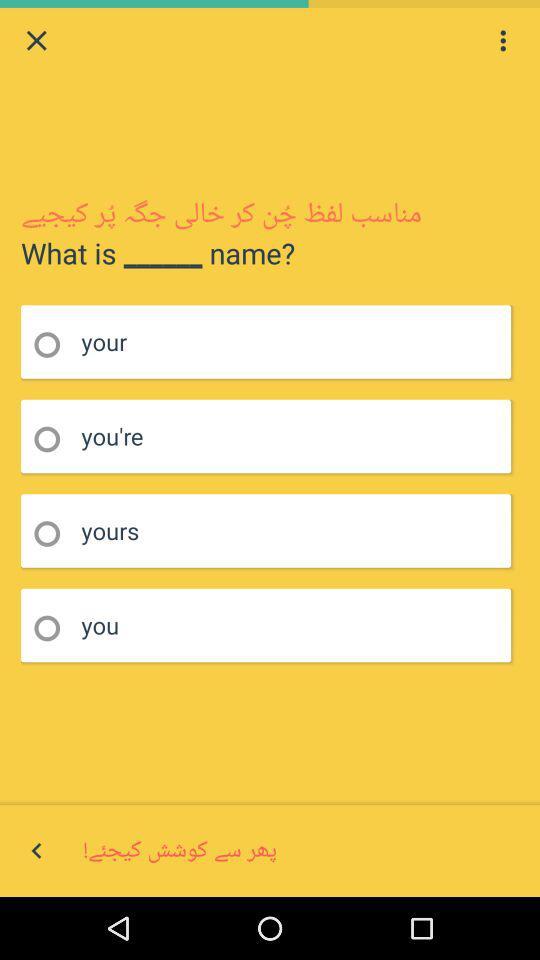 The image size is (540, 960). What do you see at coordinates (53, 439) in the screenshot?
I see `answer you 're` at bounding box center [53, 439].